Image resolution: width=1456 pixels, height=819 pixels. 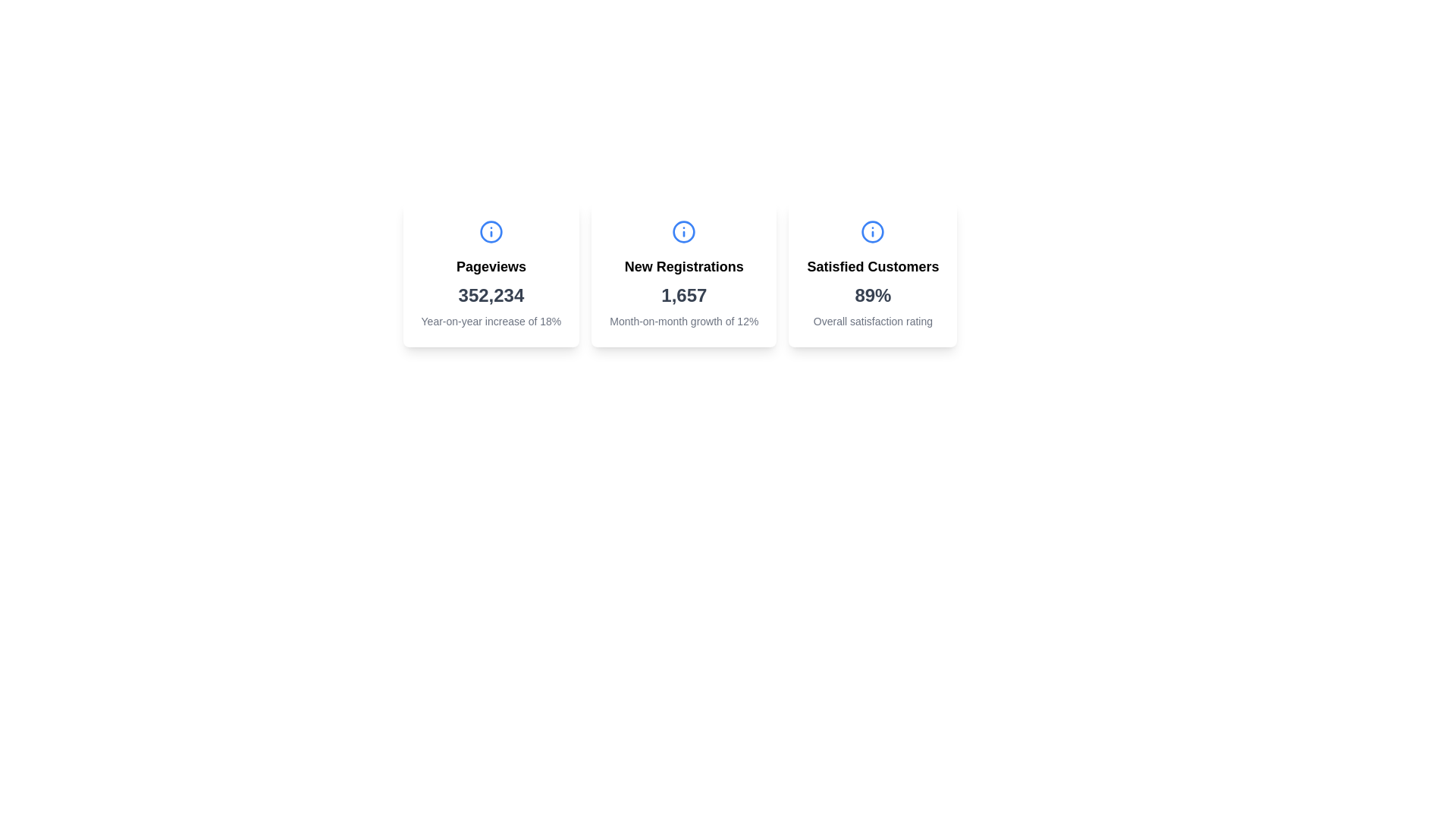 What do you see at coordinates (873, 275) in the screenshot?
I see `the Informational Card that displays 'Satisfied Customers' with a percentage of '89%' and a description of 'Overall satisfaction rating', located at the far-right of three horizontally aligned cards` at bounding box center [873, 275].